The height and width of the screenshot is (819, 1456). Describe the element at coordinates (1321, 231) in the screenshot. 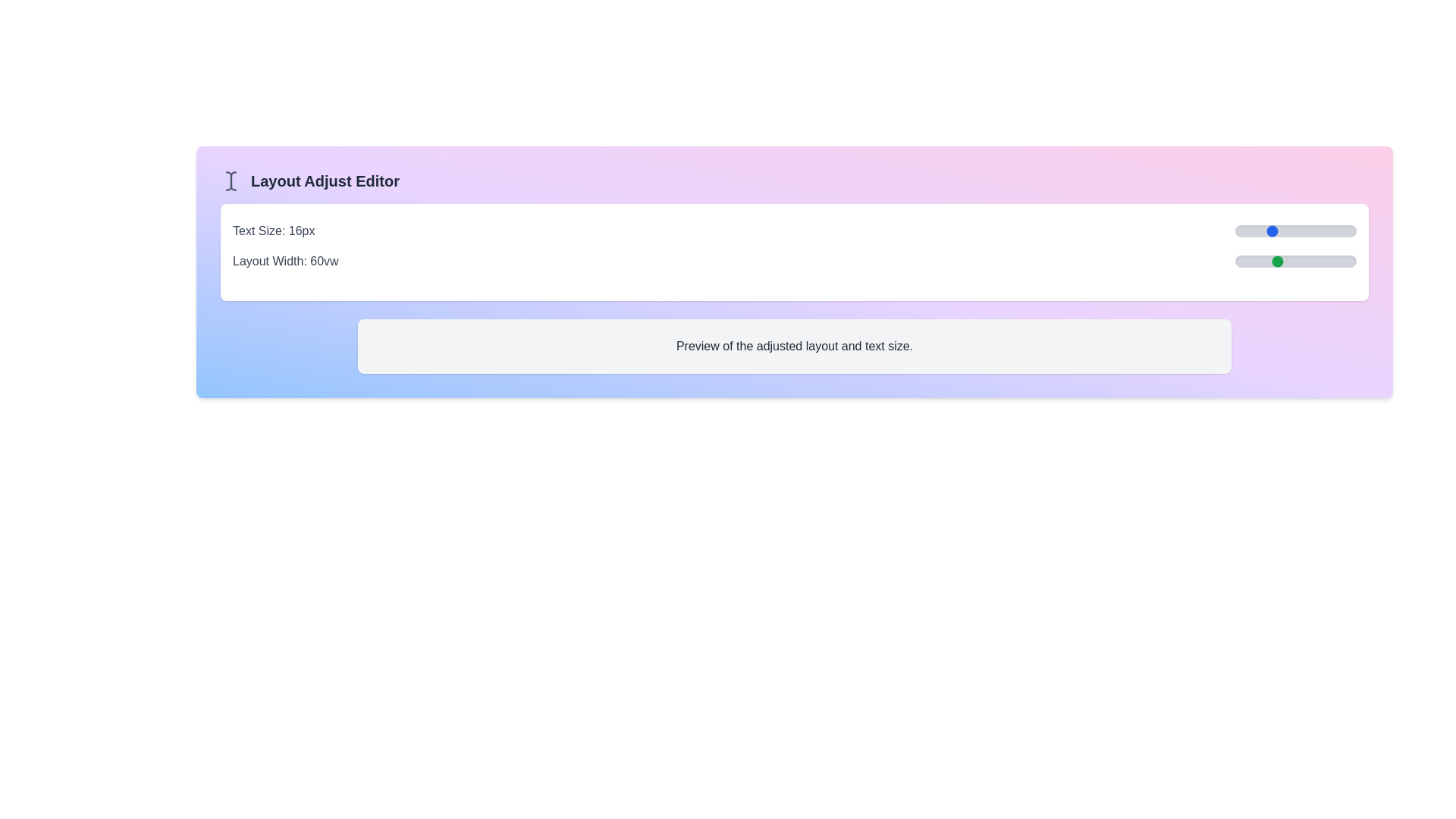

I see `the slider` at that location.